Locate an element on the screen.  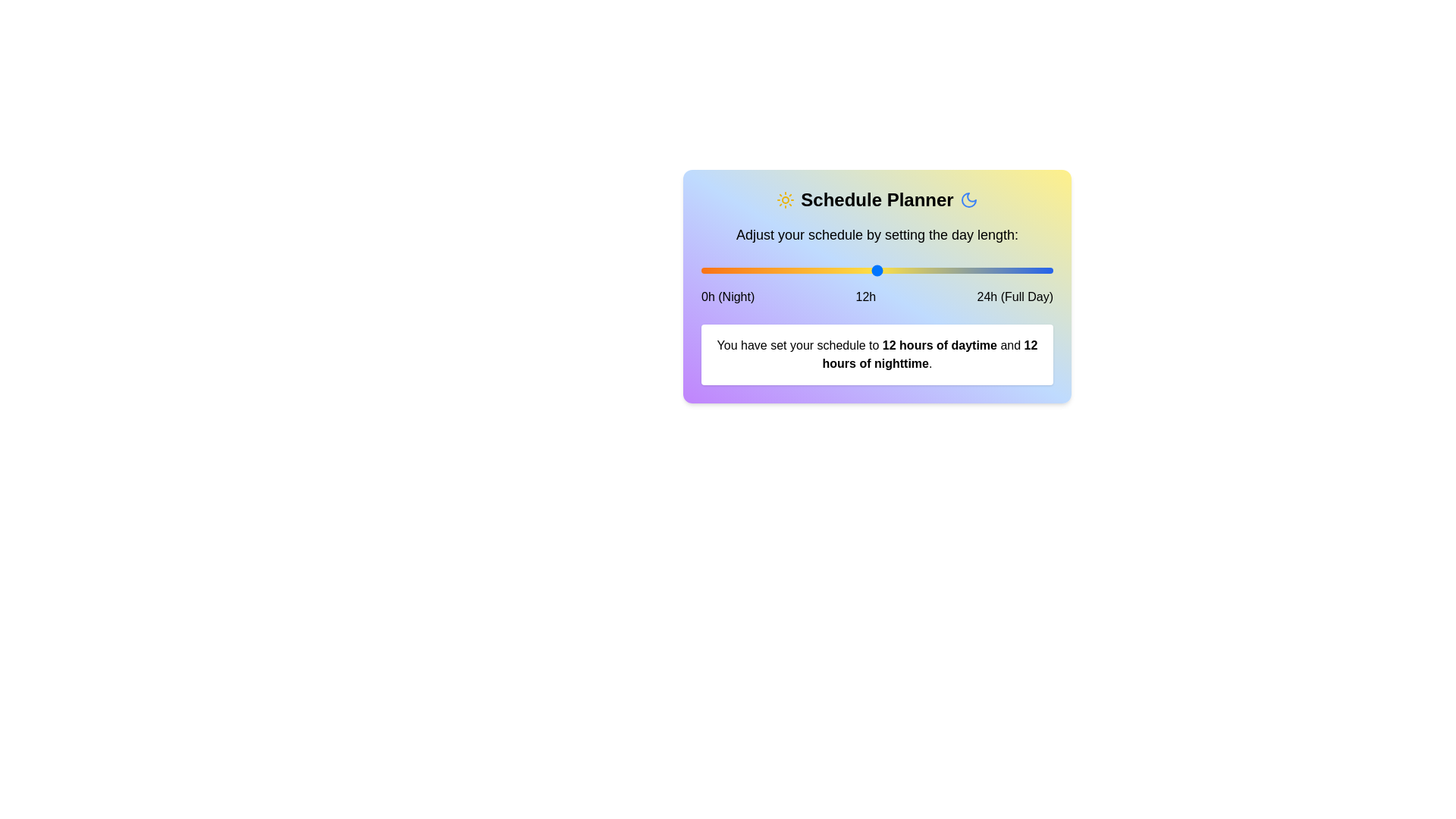
the slider to set the daytime hours to 5 is located at coordinates (774, 270).